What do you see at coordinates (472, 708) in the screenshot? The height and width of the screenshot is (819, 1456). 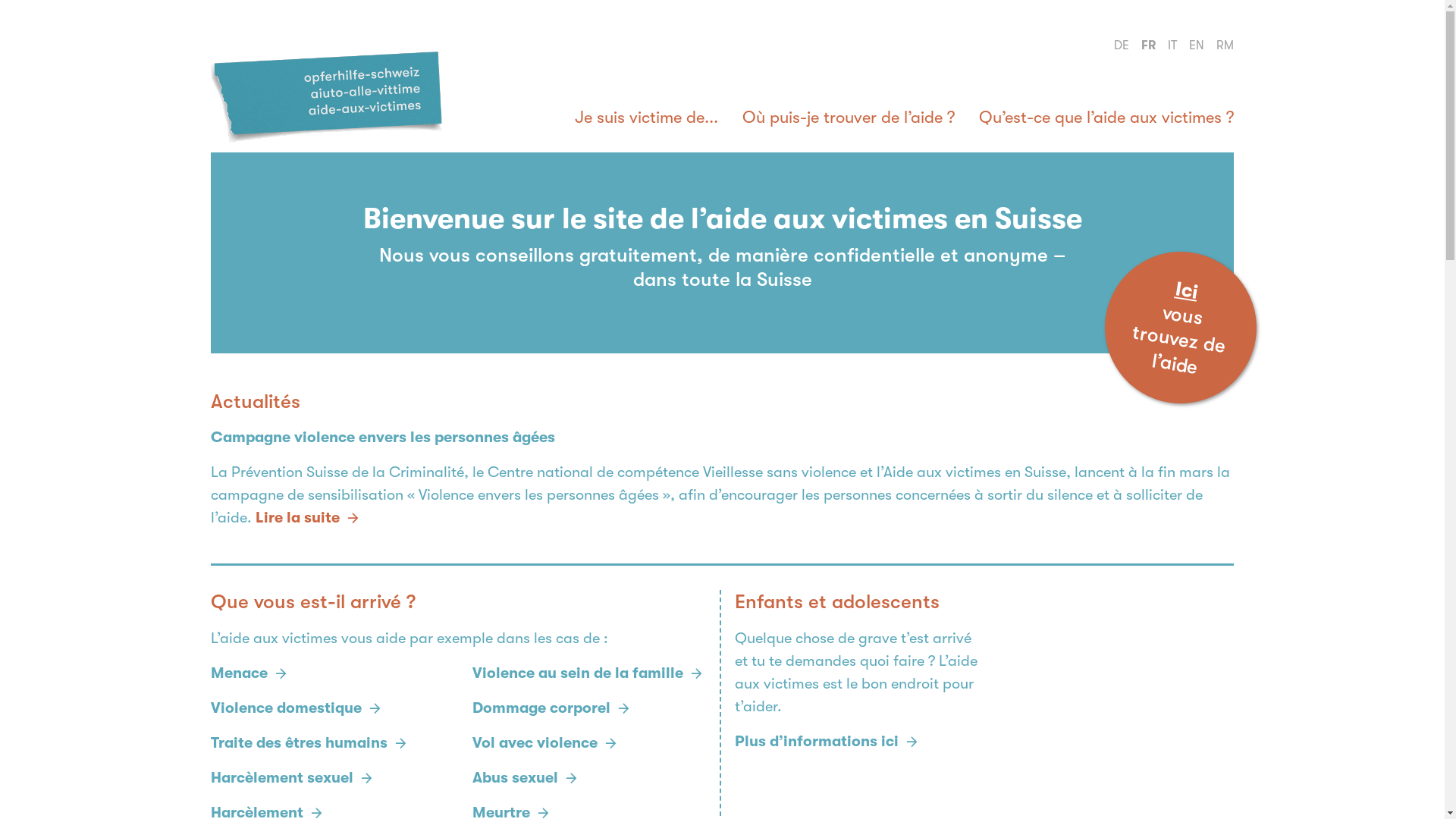 I see `'Dommage corporel'` at bounding box center [472, 708].